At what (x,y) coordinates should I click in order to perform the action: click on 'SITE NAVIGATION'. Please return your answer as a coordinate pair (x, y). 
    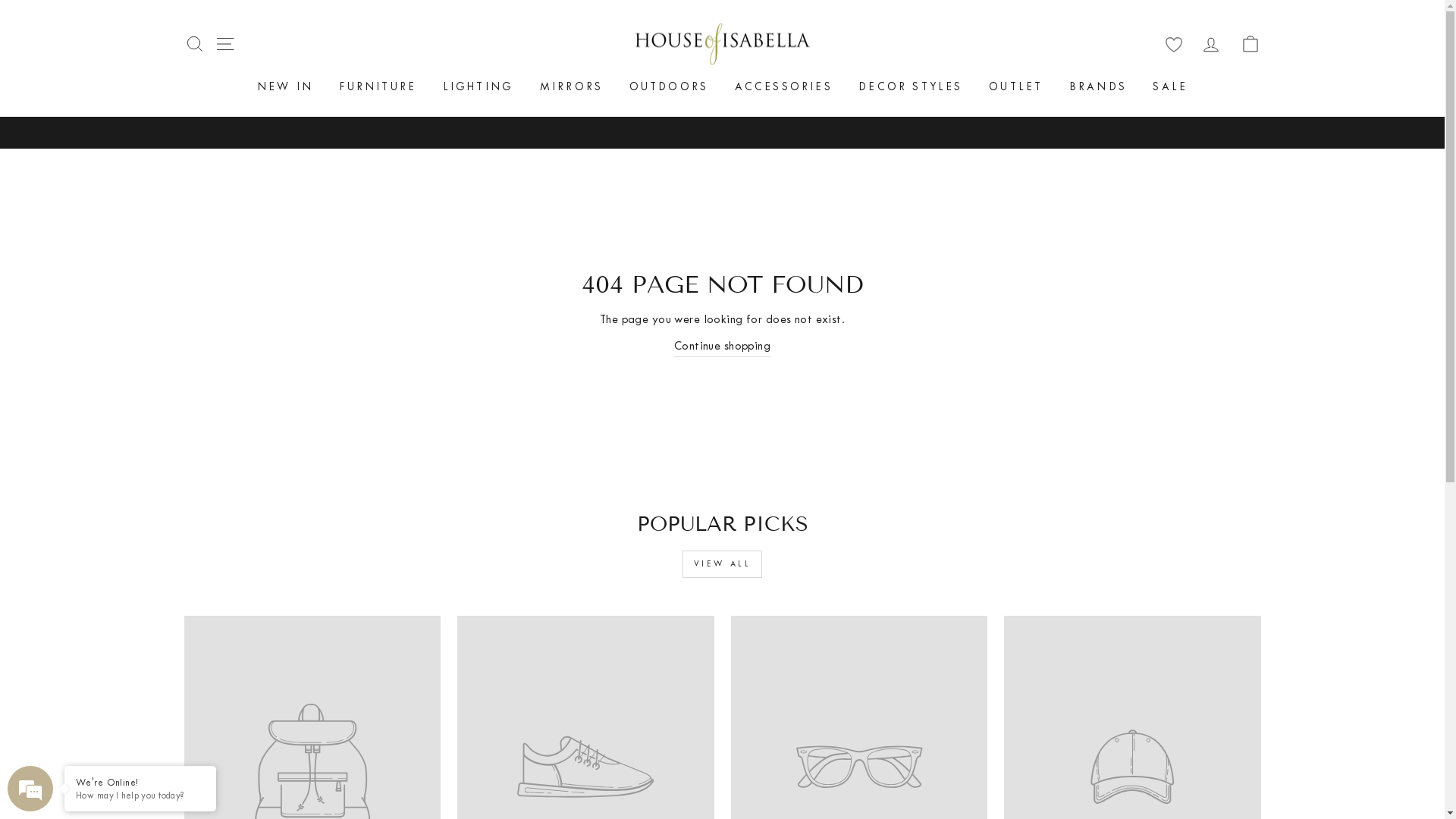
    Looking at the image, I should click on (224, 42).